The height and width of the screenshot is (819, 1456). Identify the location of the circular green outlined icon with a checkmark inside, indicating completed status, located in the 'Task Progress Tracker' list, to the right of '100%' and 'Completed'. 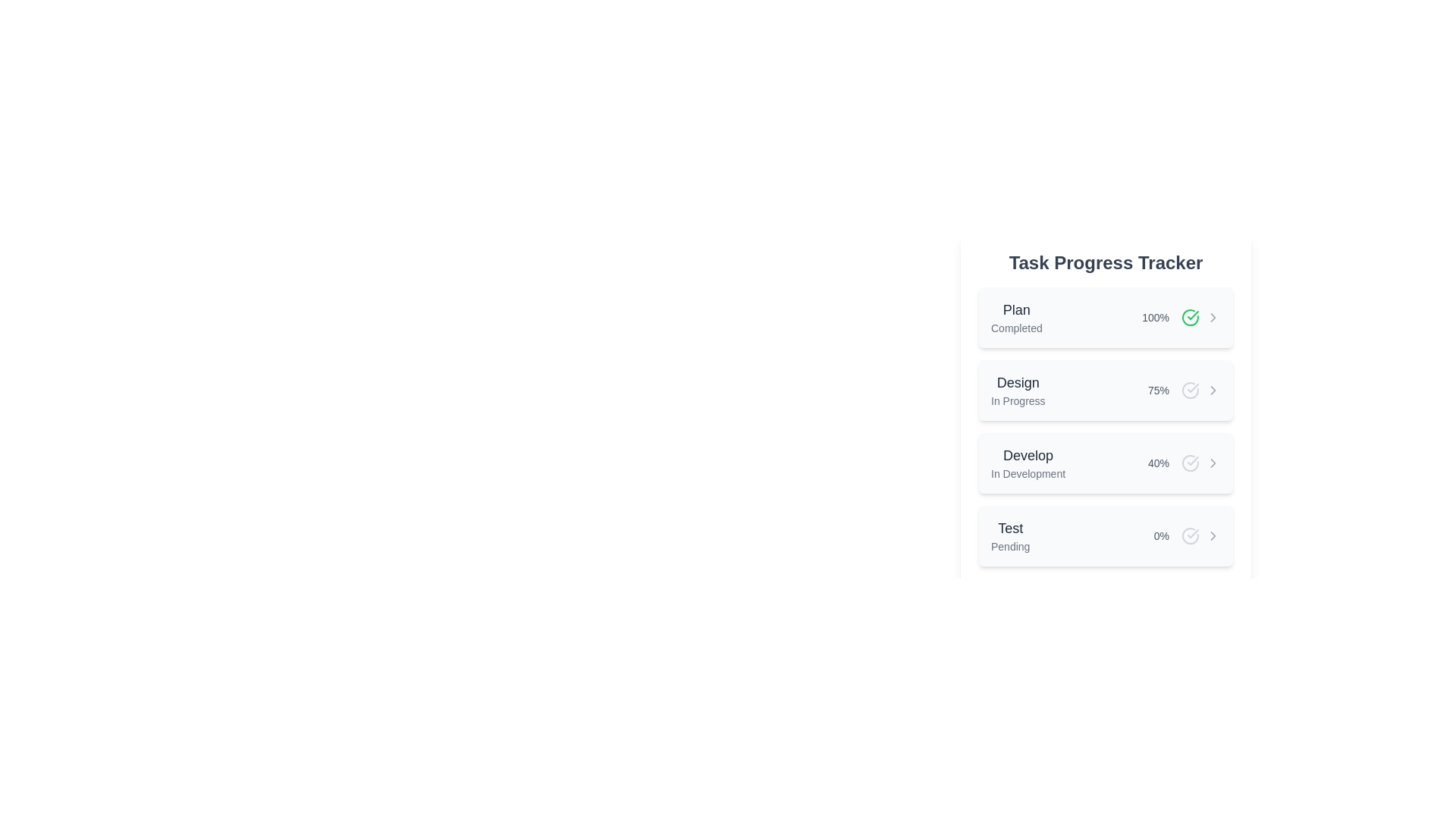
(1189, 317).